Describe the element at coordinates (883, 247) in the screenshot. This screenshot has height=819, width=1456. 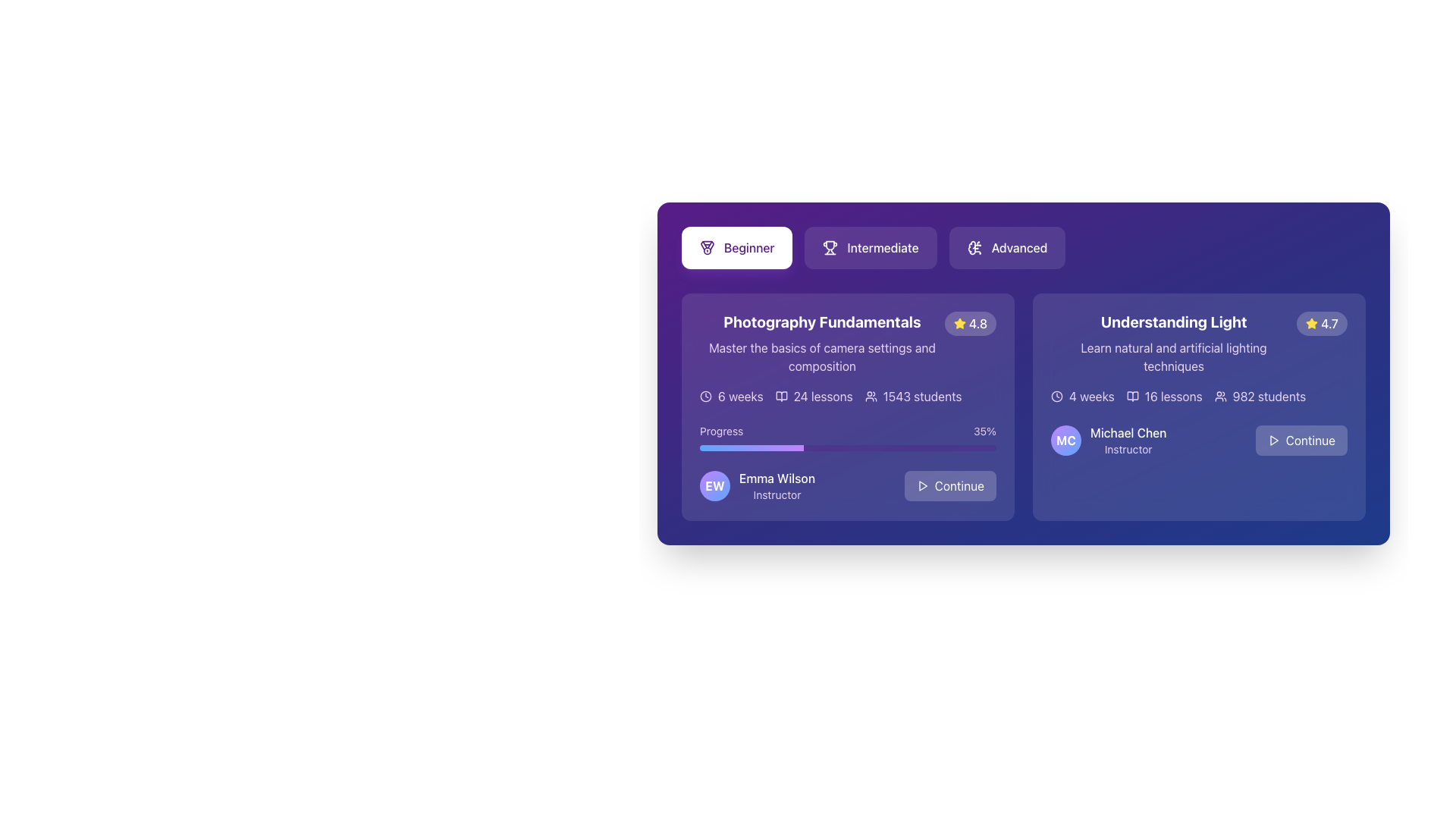
I see `text label displaying 'Intermediate' which is centered in the top section between the Beginner and Advanced buttons` at that location.